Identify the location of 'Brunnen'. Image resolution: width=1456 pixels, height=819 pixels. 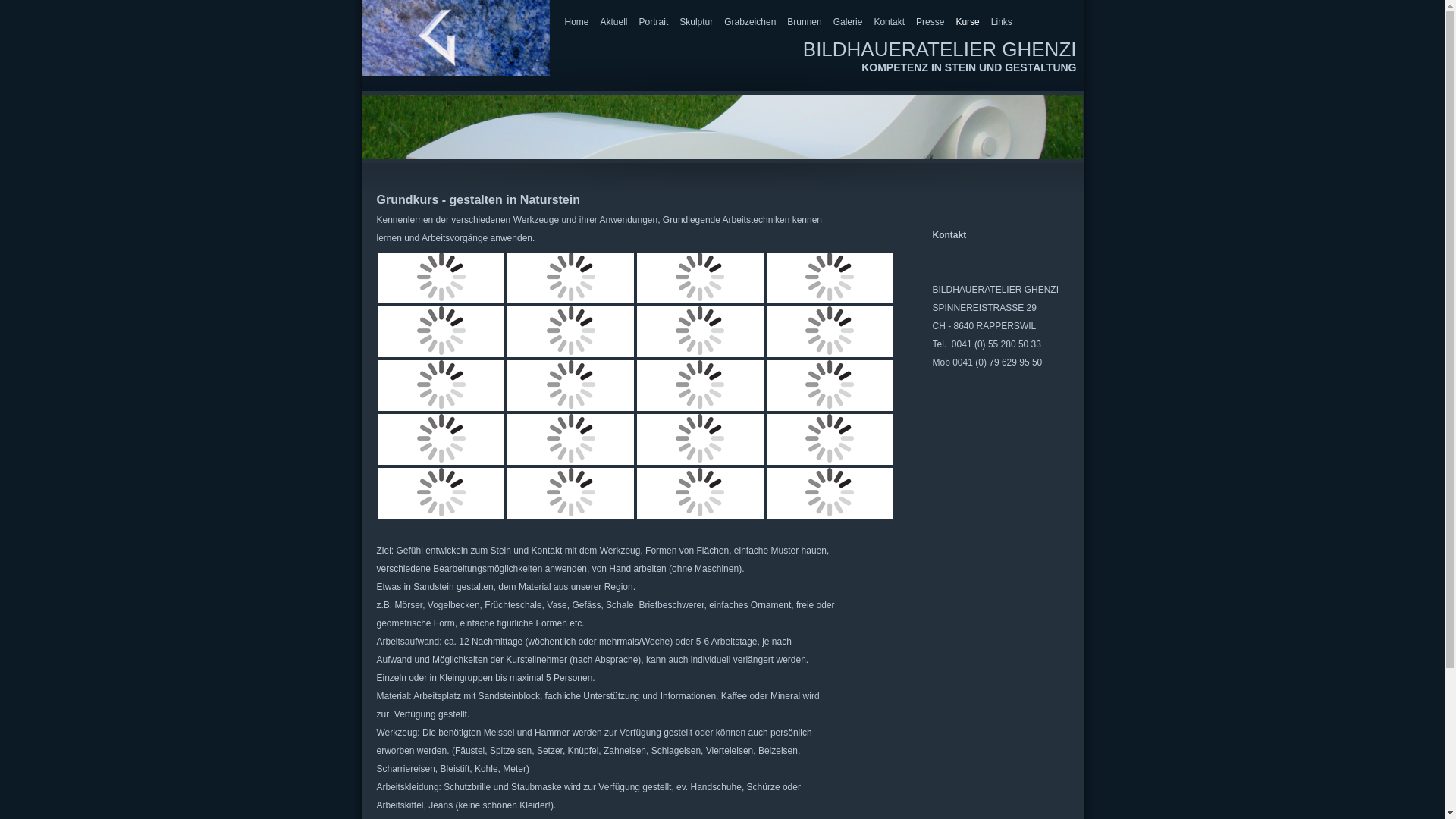
(786, 22).